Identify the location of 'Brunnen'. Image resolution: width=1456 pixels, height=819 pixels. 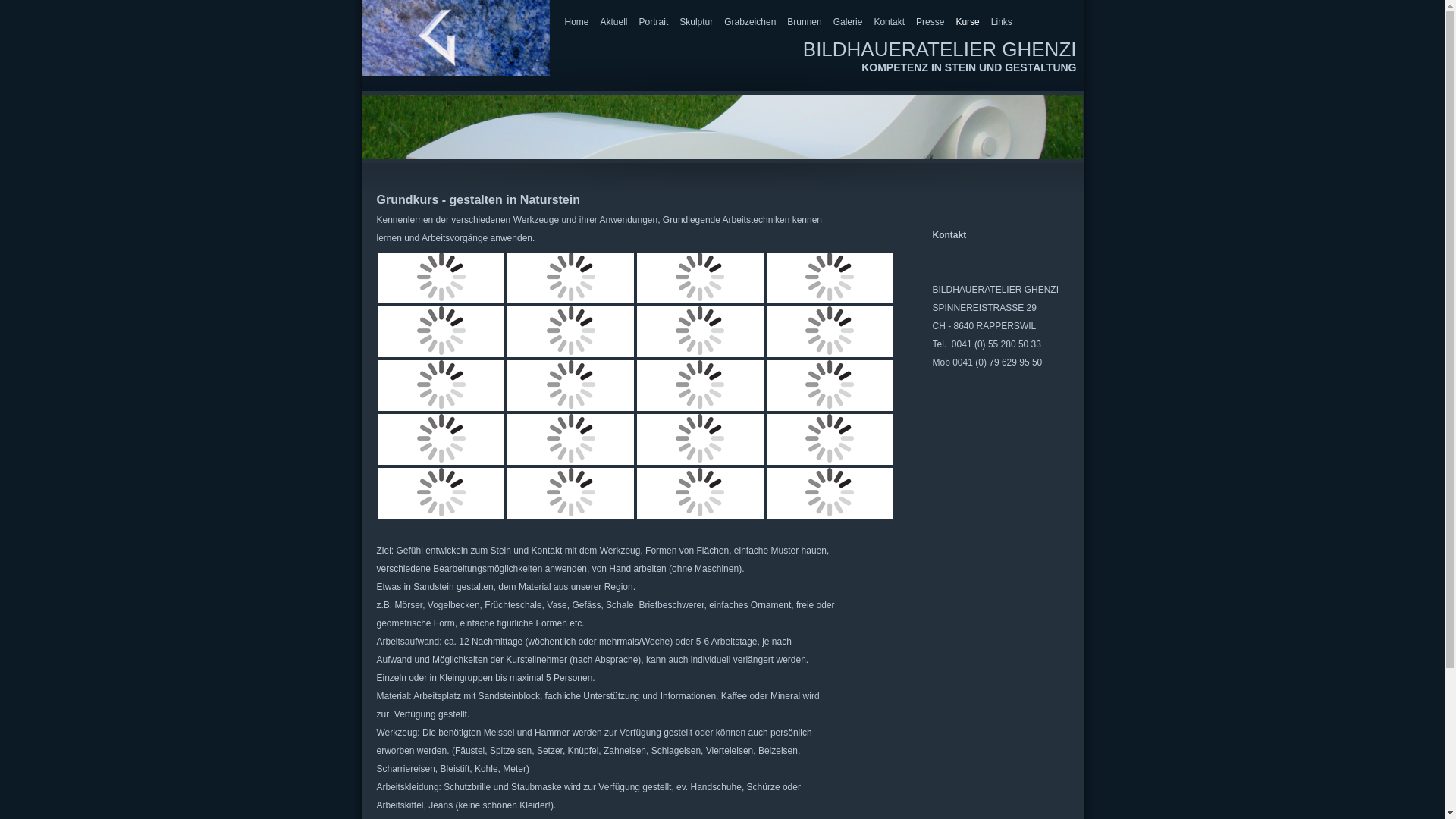
(786, 22).